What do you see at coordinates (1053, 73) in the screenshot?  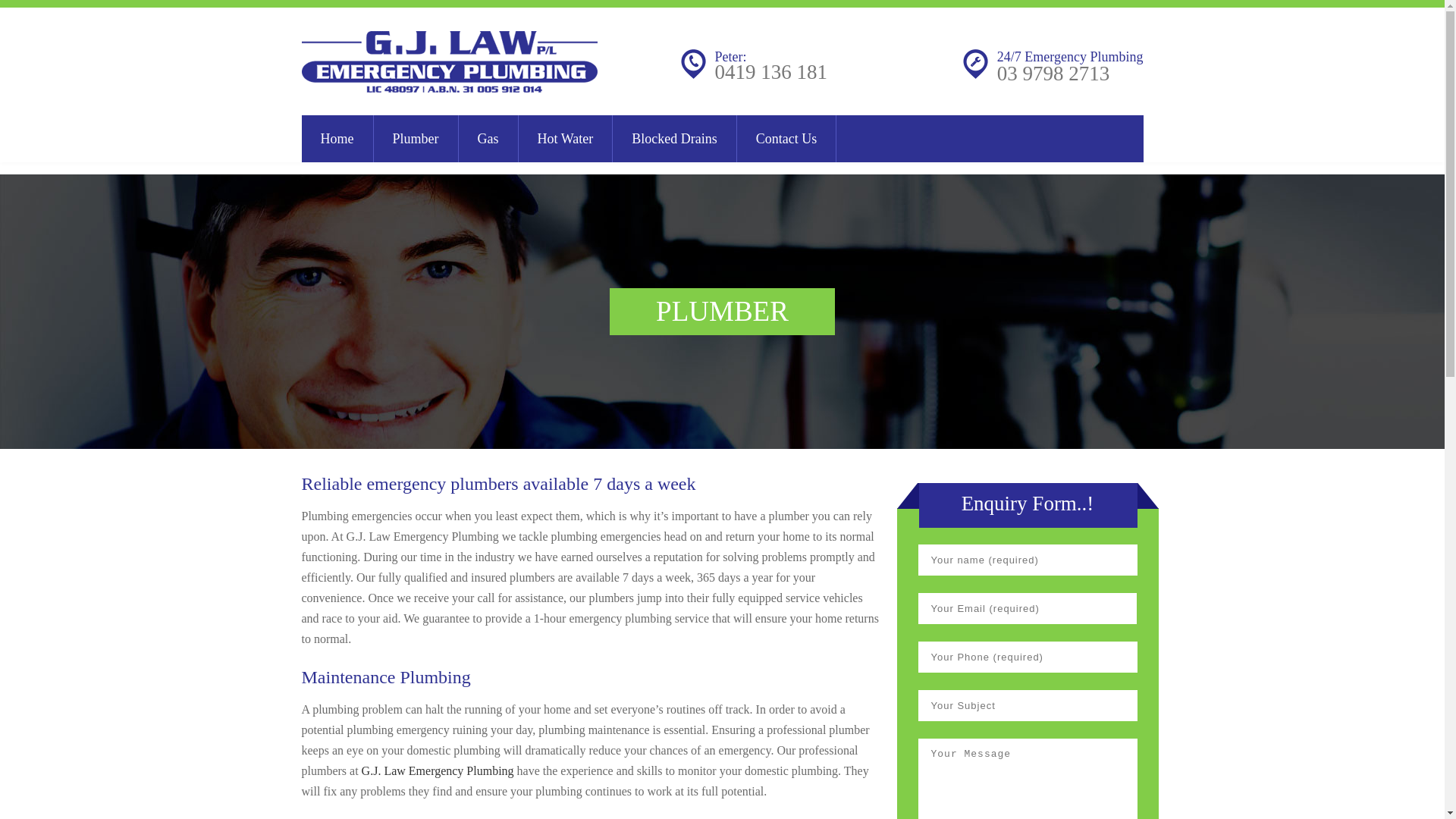 I see `'03 9798 2713'` at bounding box center [1053, 73].